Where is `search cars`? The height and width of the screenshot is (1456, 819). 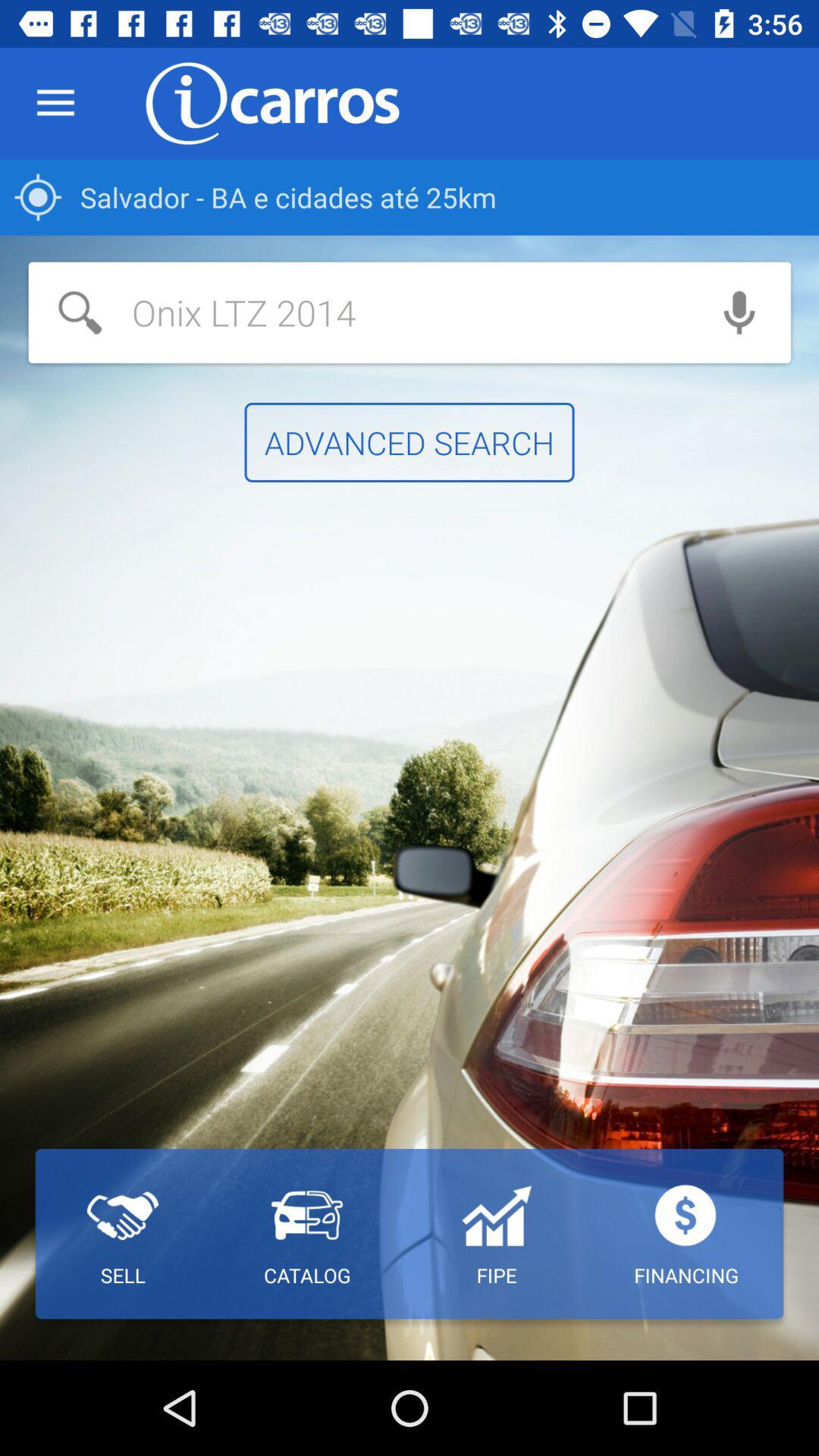 search cars is located at coordinates (358, 312).